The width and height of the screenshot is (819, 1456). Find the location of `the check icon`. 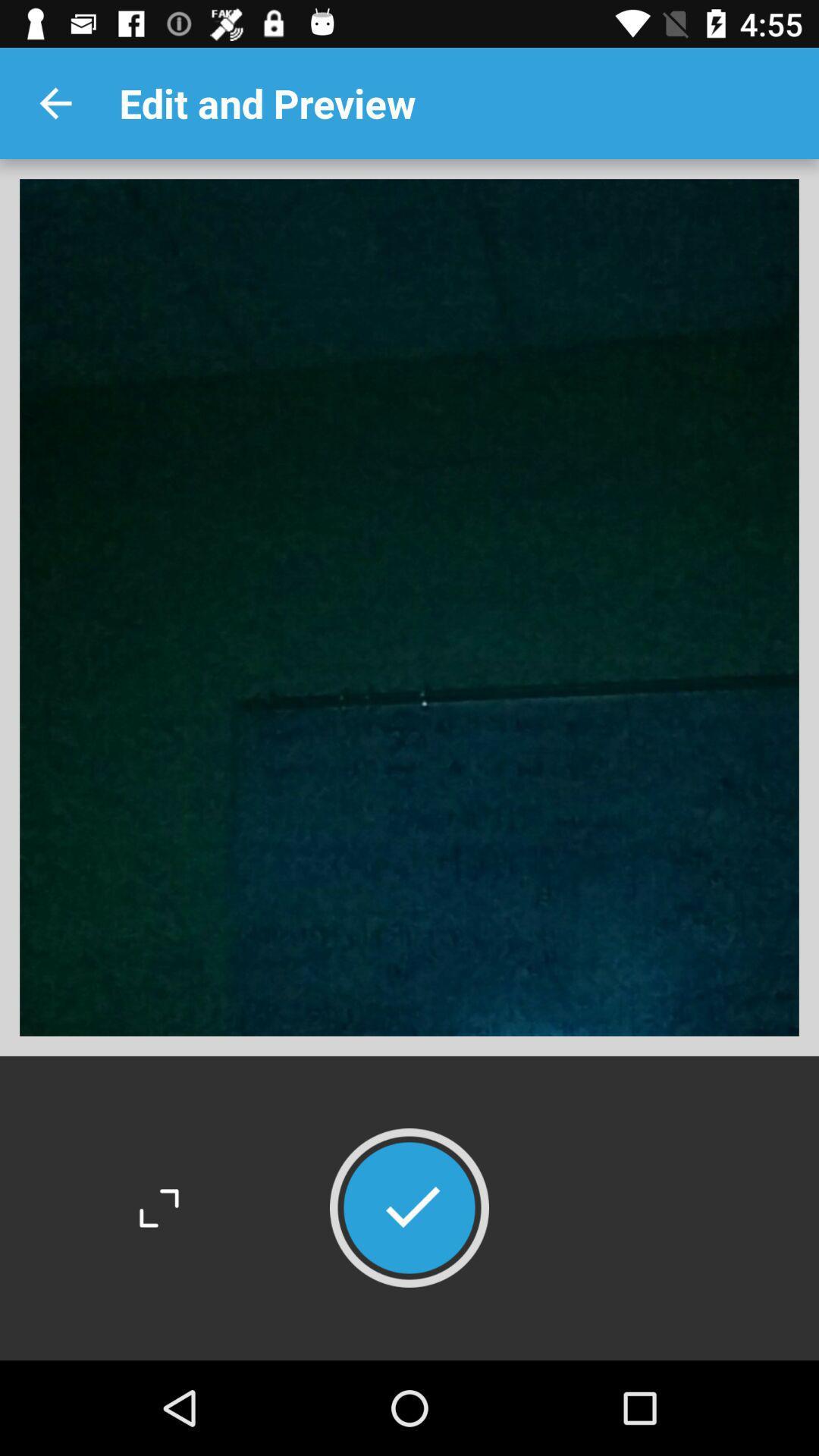

the check icon is located at coordinates (409, 1207).